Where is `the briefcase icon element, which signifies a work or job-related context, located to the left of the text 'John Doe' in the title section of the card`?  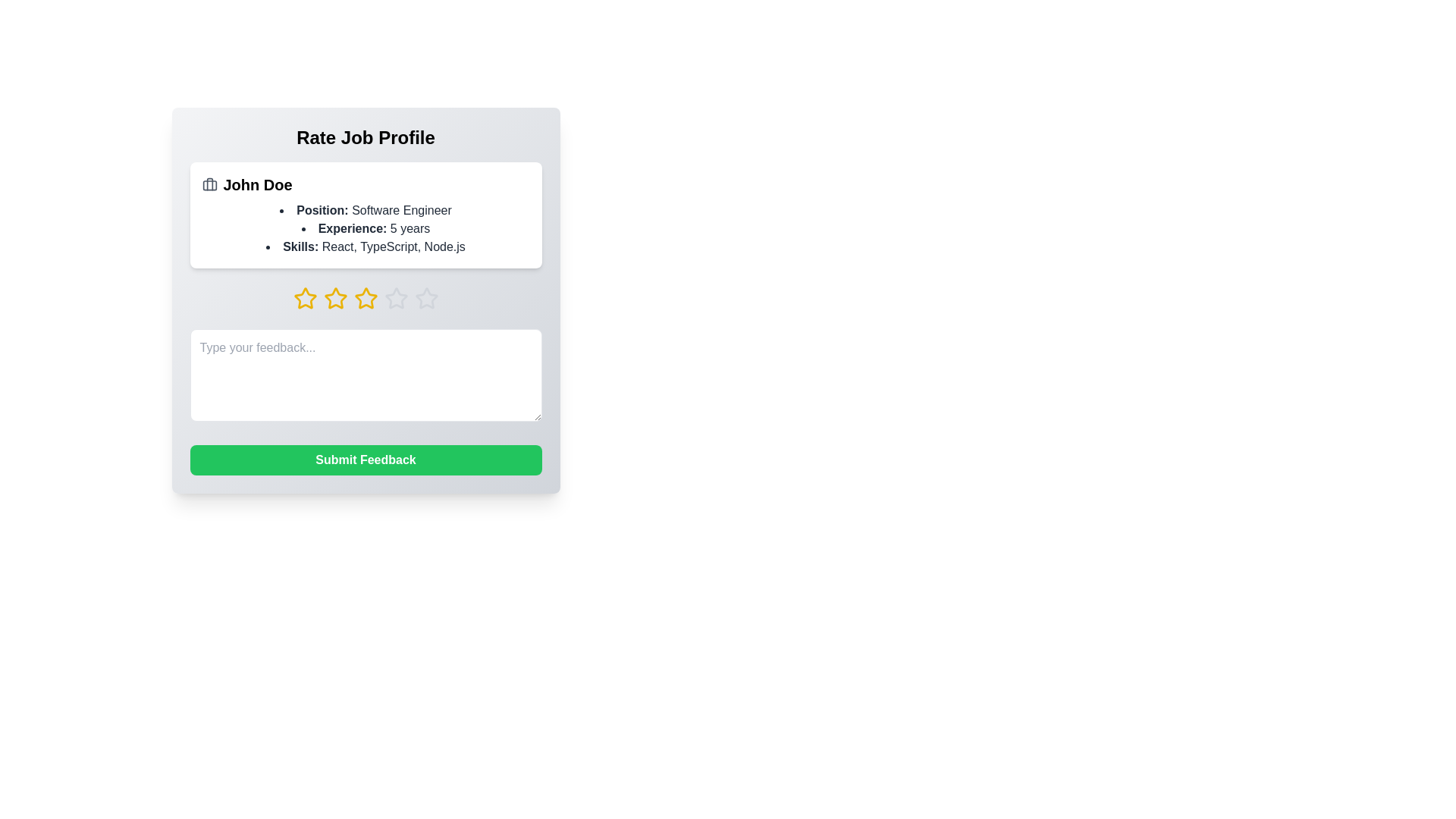
the briefcase icon element, which signifies a work or job-related context, located to the left of the text 'John Doe' in the title section of the card is located at coordinates (209, 184).